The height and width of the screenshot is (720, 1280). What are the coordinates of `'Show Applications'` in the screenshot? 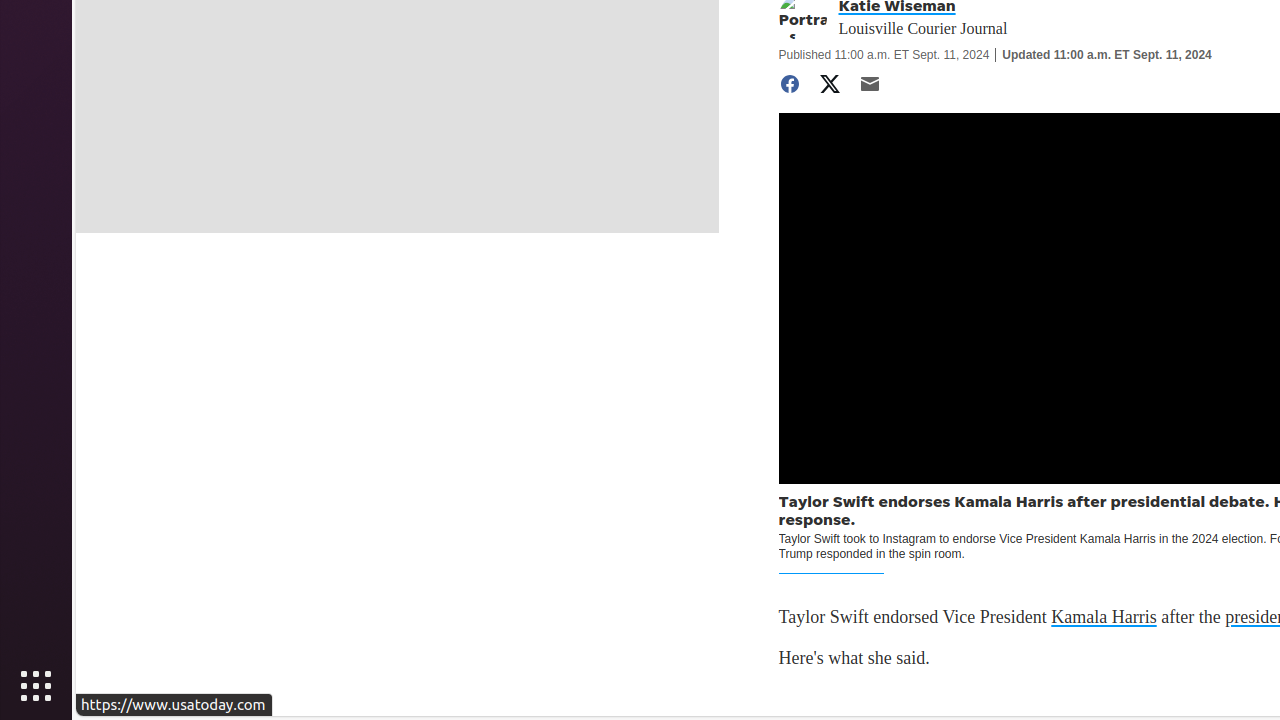 It's located at (35, 685).